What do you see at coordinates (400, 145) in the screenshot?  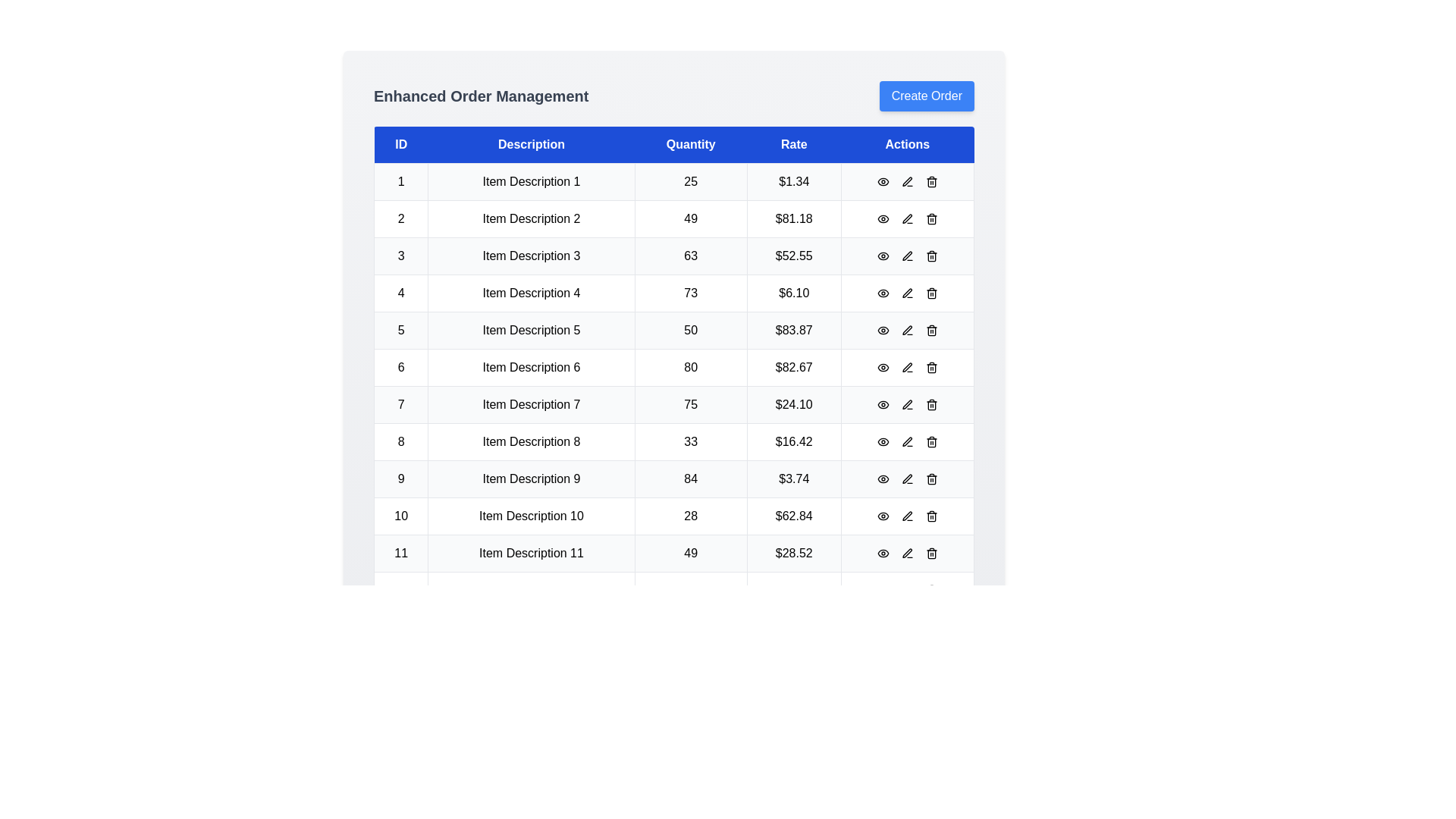 I see `the header labeled ID to sort the table by that column` at bounding box center [400, 145].